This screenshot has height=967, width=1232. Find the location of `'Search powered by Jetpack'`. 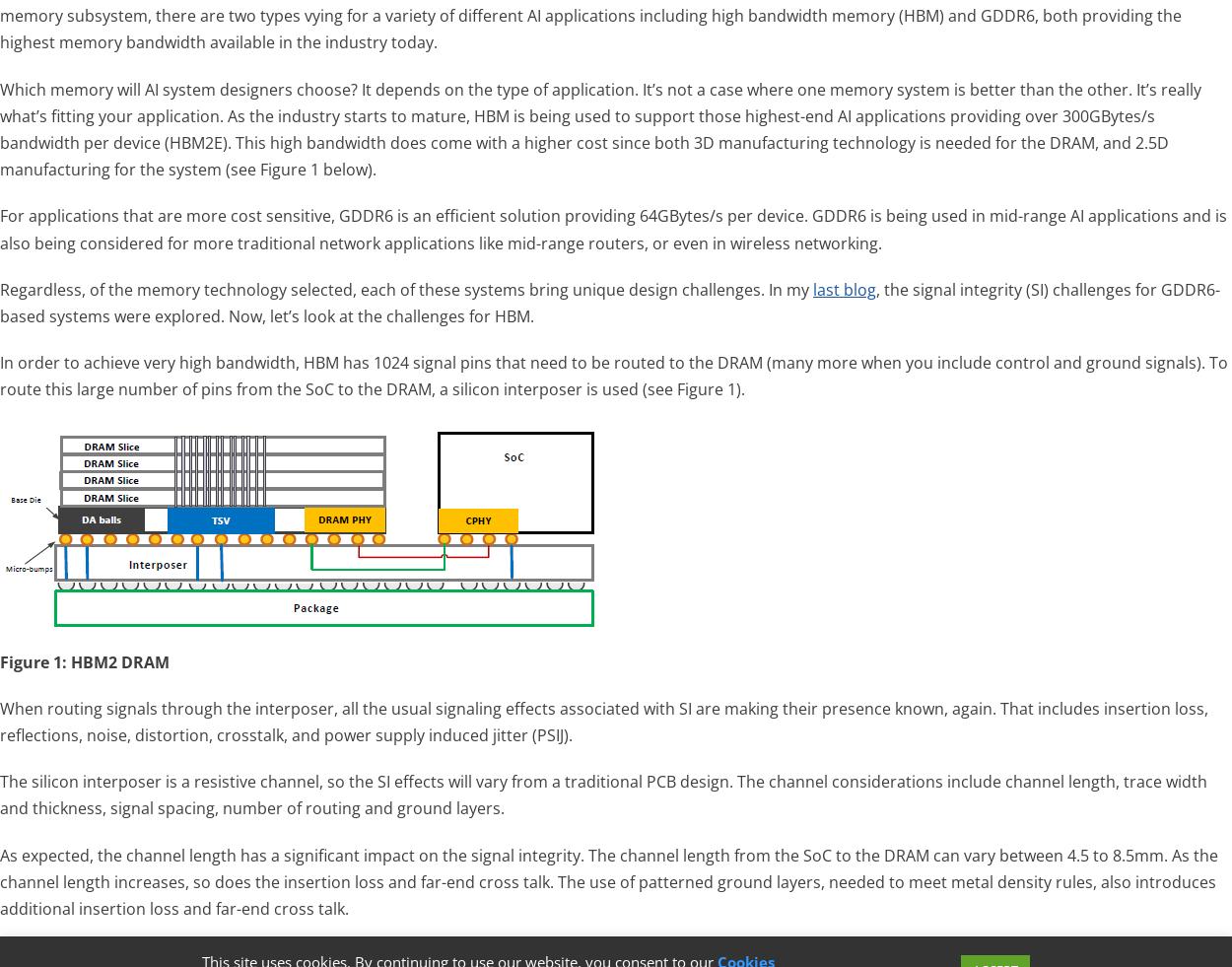

'Search powered by Jetpack' is located at coordinates (559, 936).